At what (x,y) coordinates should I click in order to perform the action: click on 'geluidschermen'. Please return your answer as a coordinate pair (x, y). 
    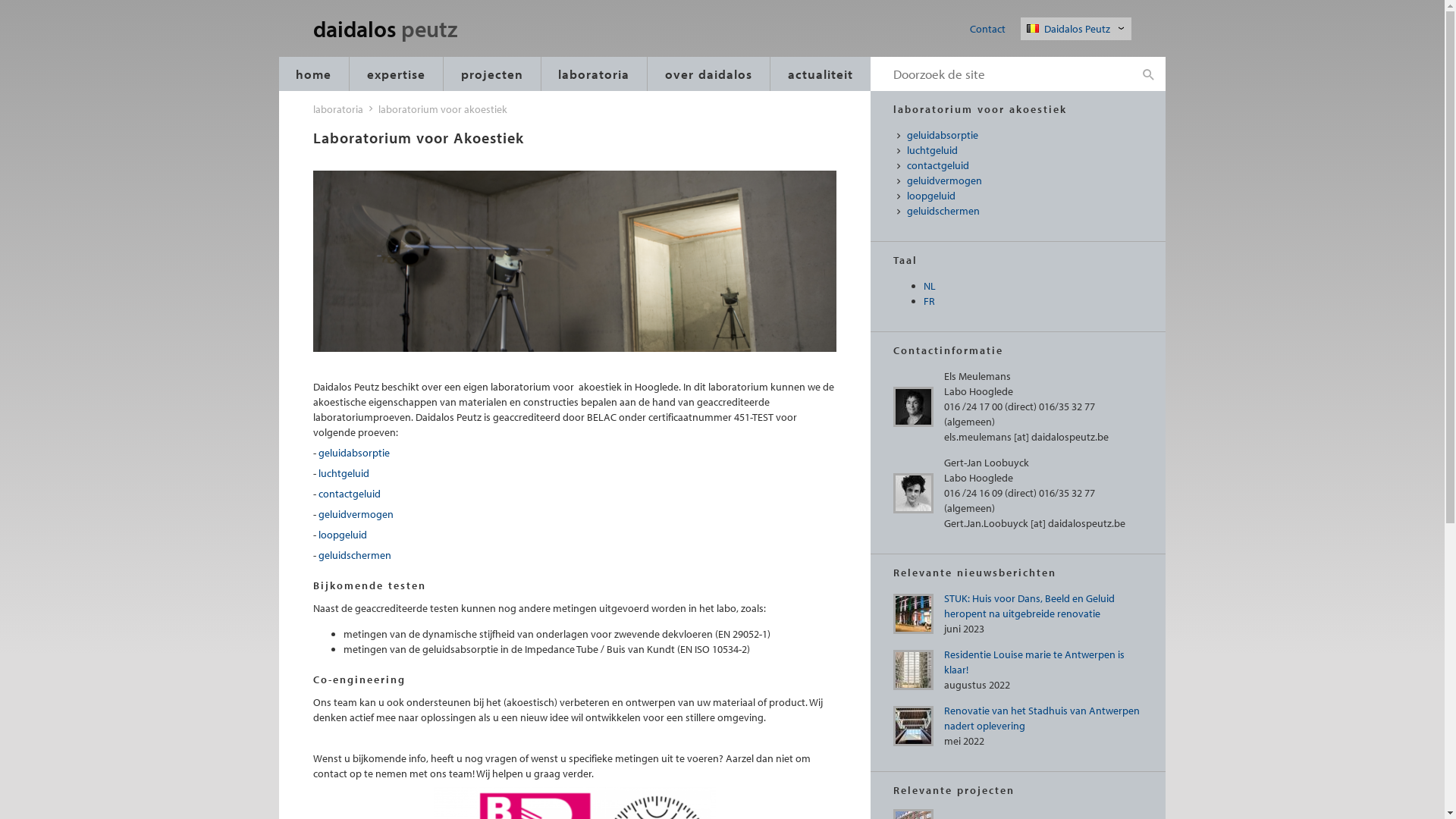
    Looking at the image, I should click on (1025, 211).